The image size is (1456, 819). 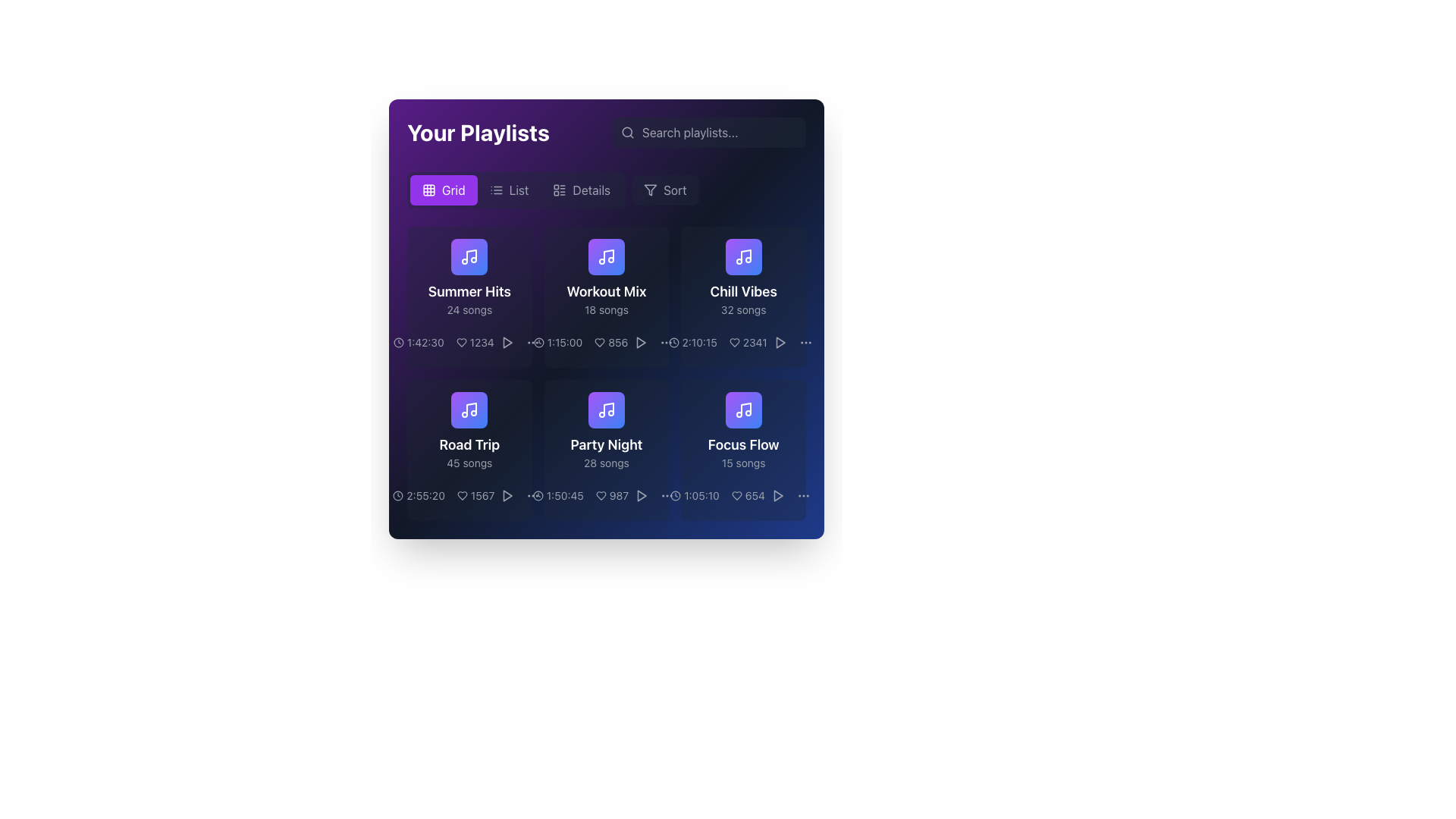 I want to click on the 'Chill Vibes' card element in the 'Your Playlists' section, so click(x=743, y=278).